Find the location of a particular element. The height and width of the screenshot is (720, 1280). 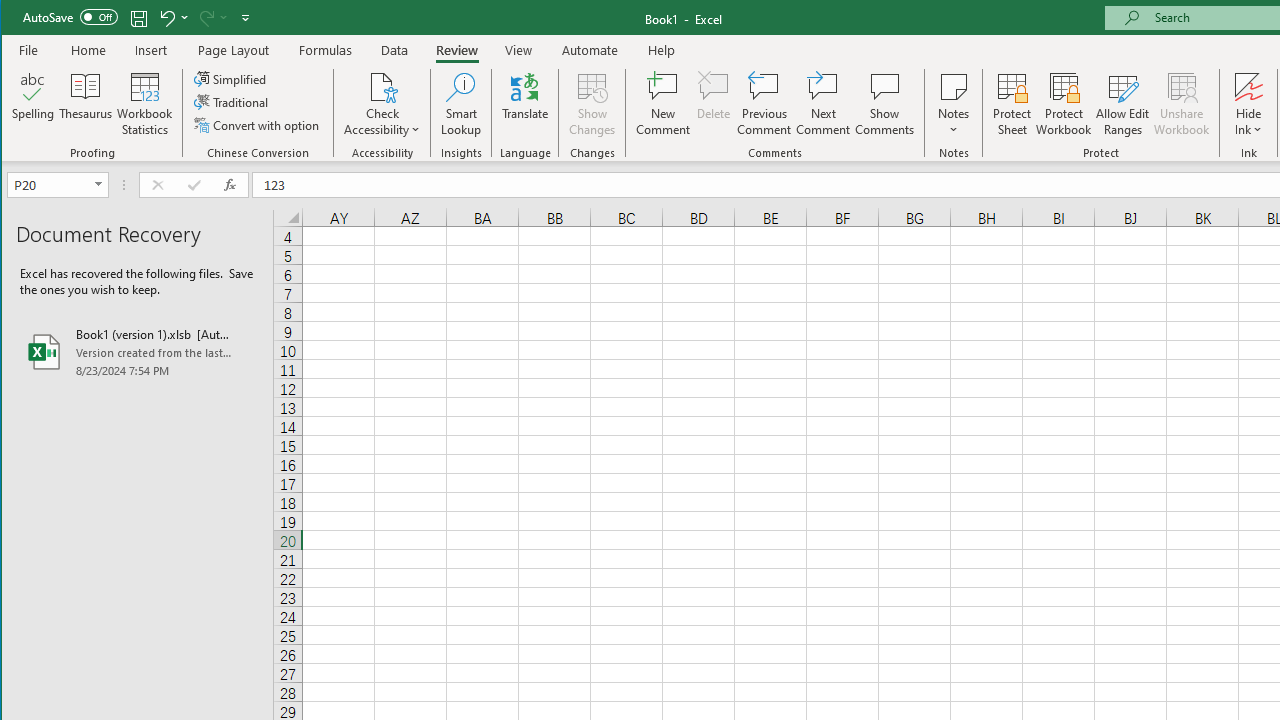

'Home' is located at coordinates (87, 49).